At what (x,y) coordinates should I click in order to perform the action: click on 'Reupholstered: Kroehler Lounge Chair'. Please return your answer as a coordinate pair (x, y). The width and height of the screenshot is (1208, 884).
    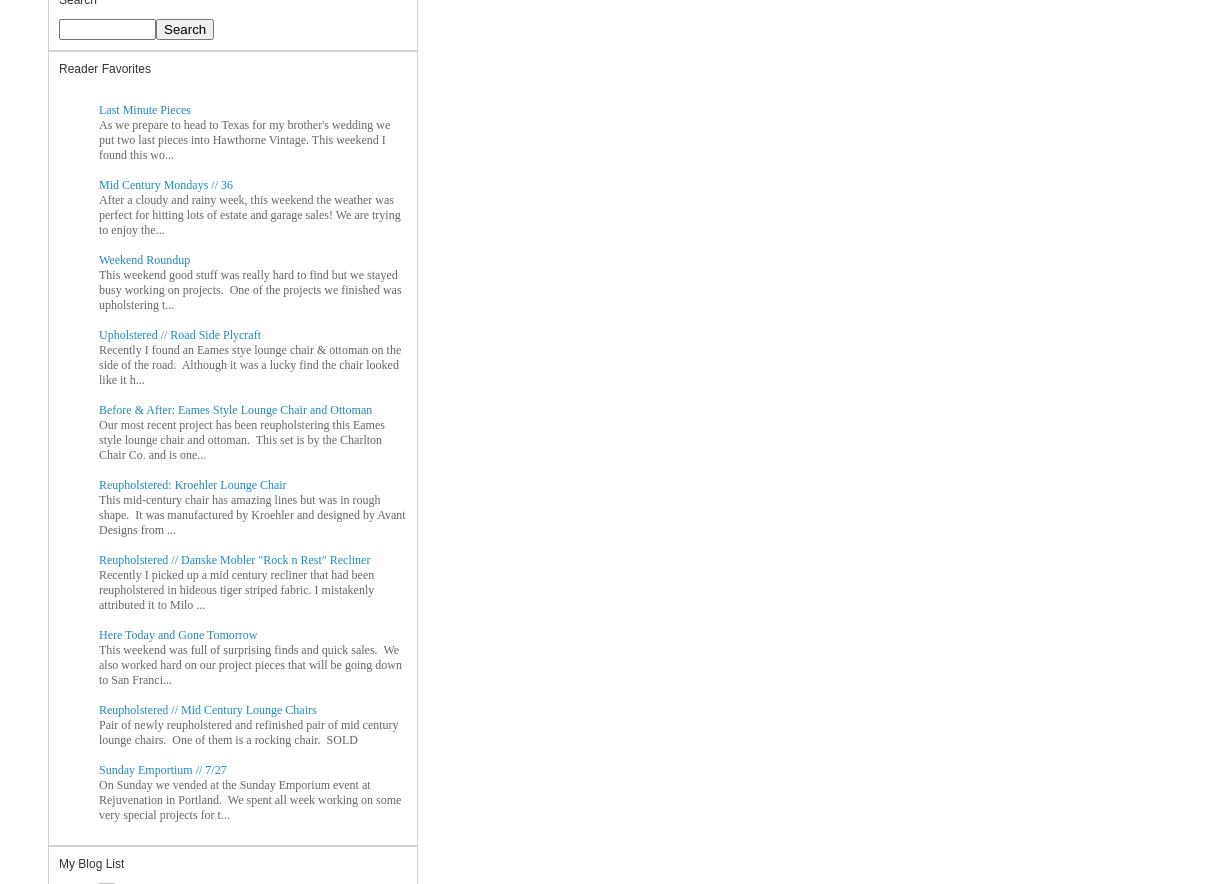
    Looking at the image, I should click on (192, 482).